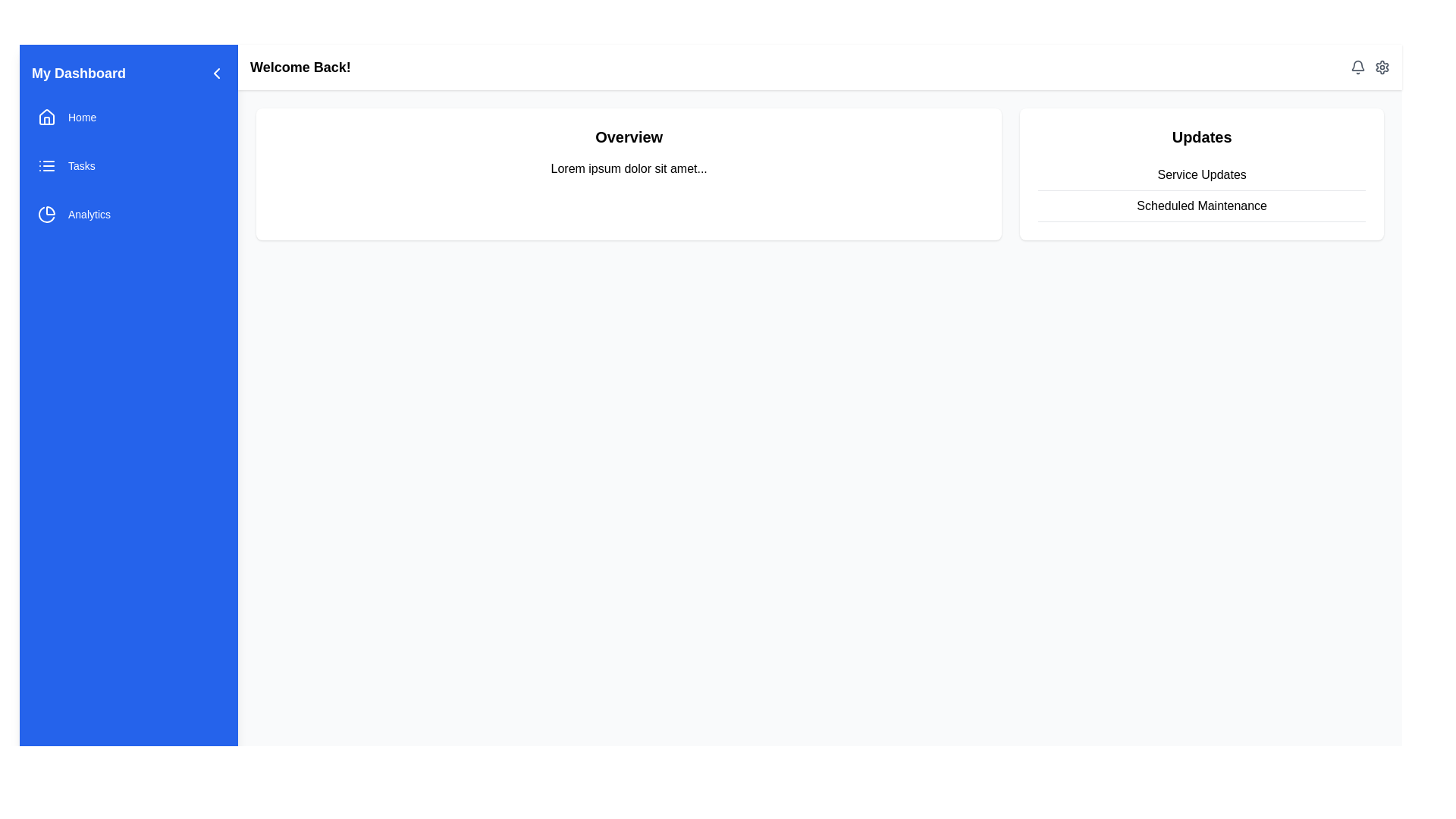  Describe the element at coordinates (128, 166) in the screenshot. I see `the second menu item in the vertical list of menu options in the sidebar` at that location.